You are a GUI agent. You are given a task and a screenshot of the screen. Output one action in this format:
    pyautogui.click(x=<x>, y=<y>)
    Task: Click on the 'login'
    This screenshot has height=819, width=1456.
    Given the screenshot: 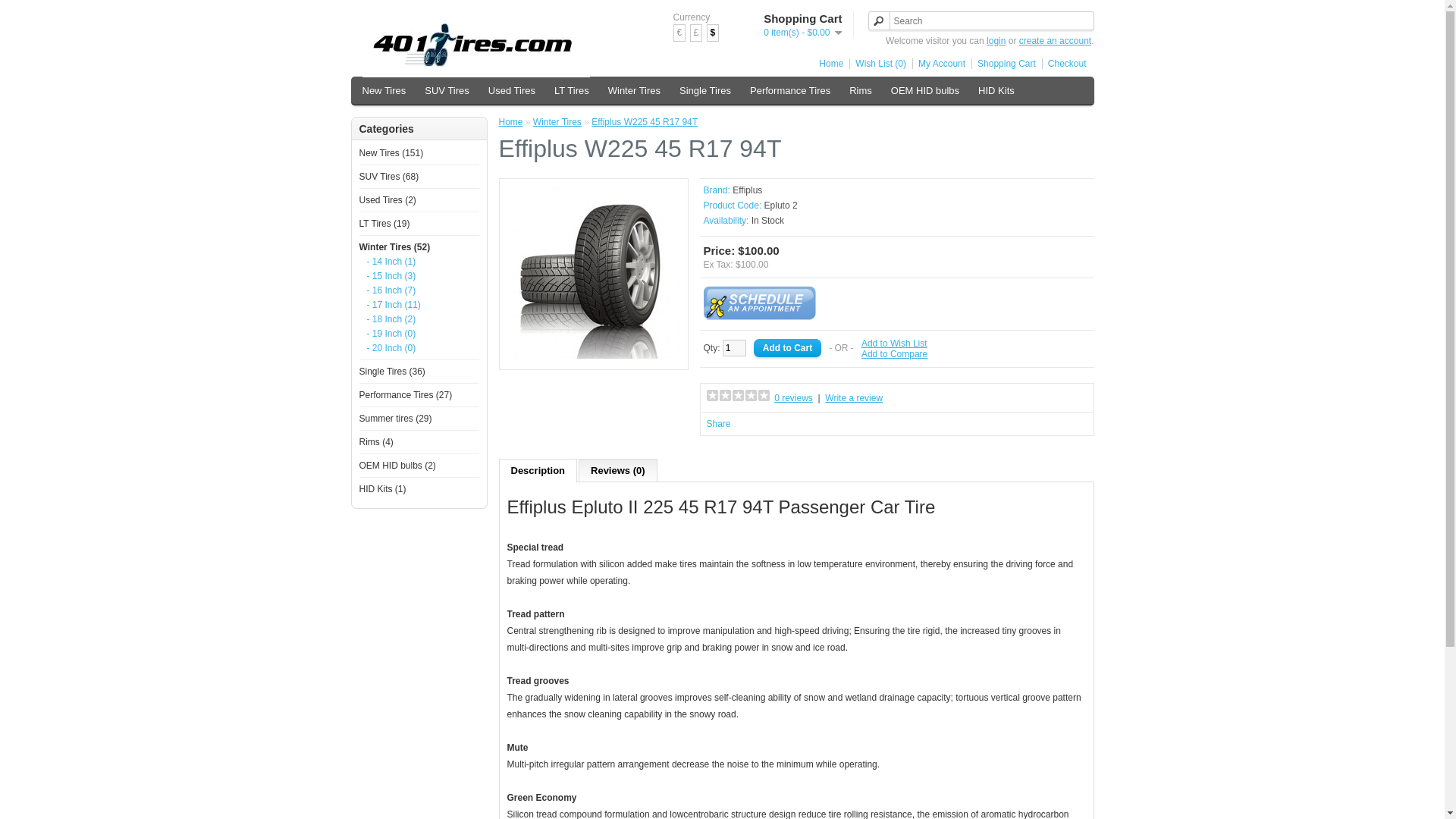 What is the action you would take?
    pyautogui.click(x=986, y=40)
    